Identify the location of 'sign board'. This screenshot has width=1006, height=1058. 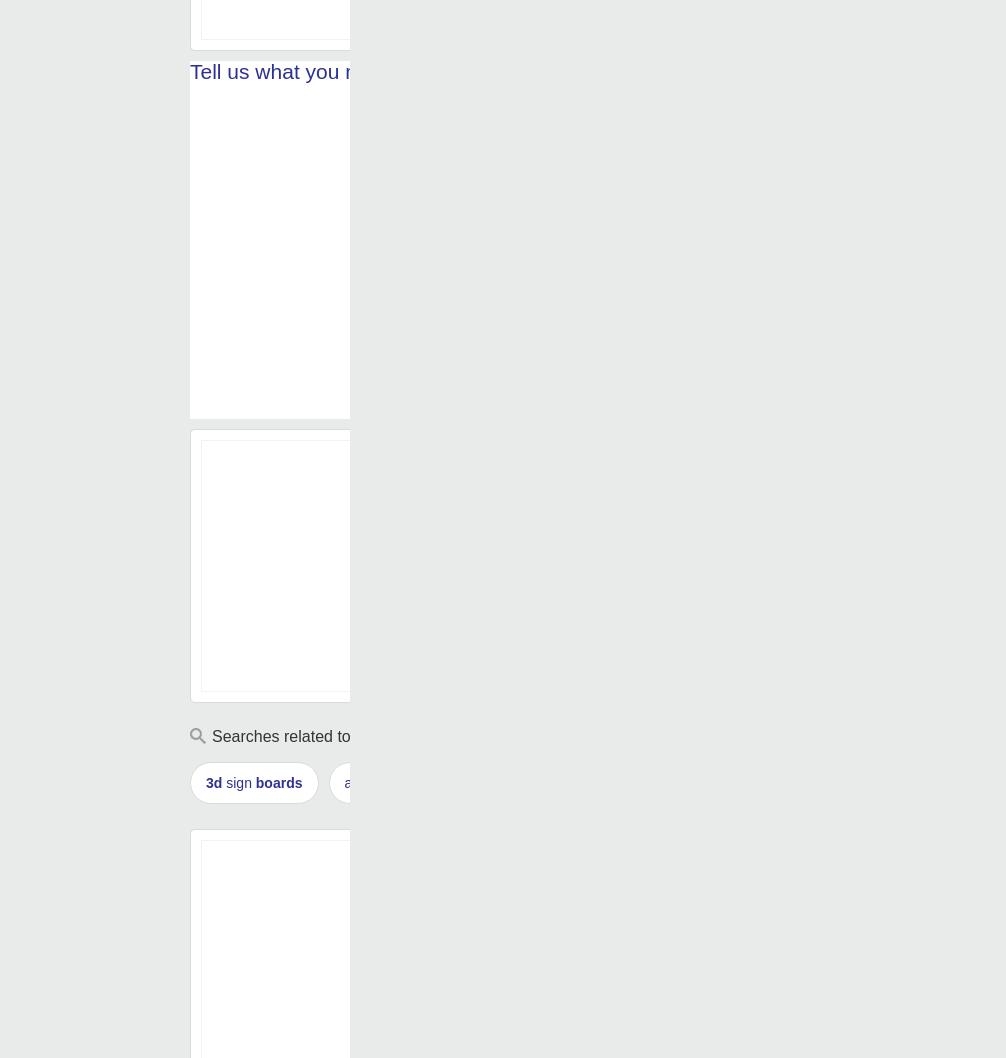
(826, 972).